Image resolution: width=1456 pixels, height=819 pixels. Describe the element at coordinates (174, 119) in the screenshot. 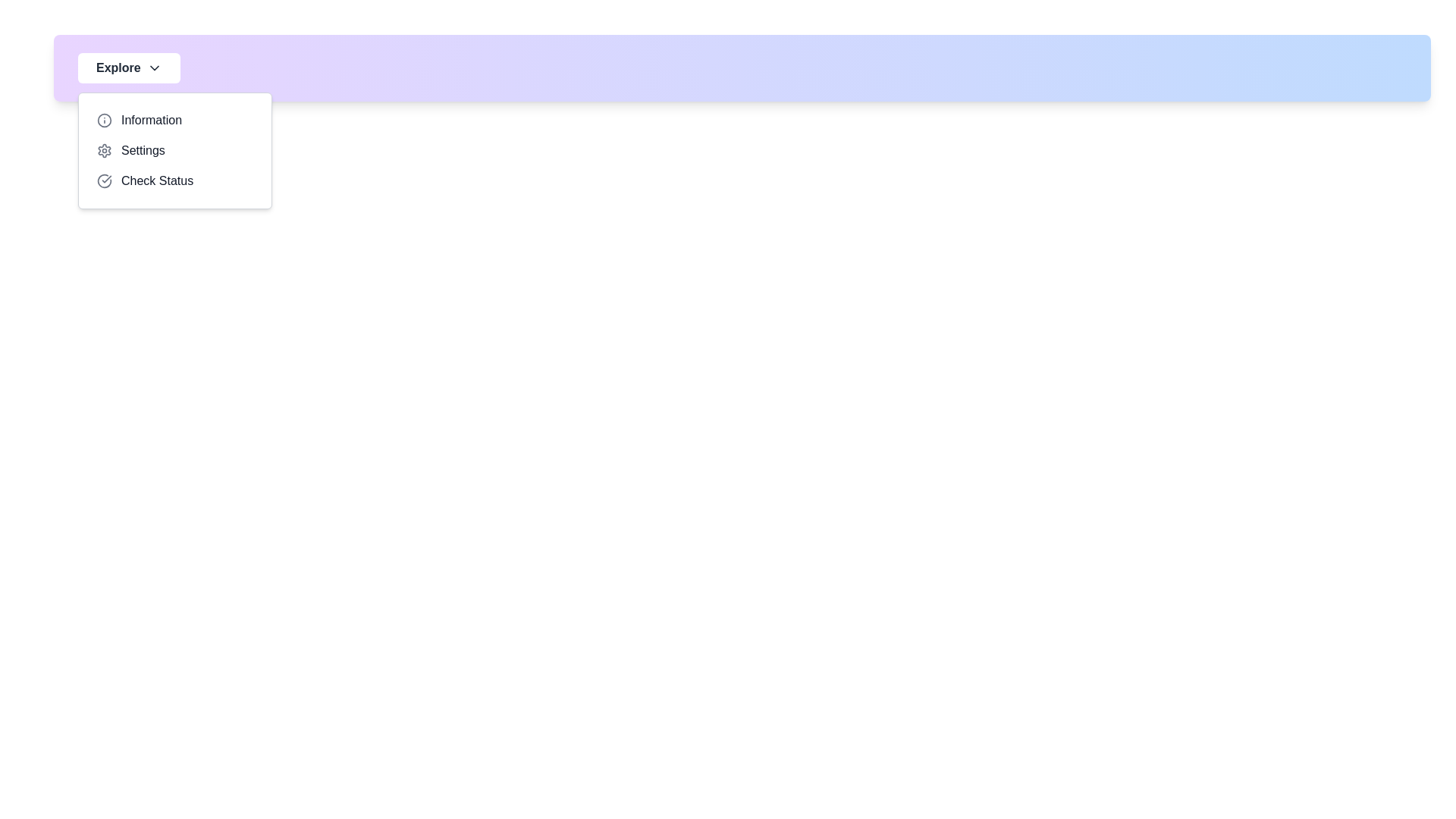

I see `the 'Information' item in the menu` at that location.